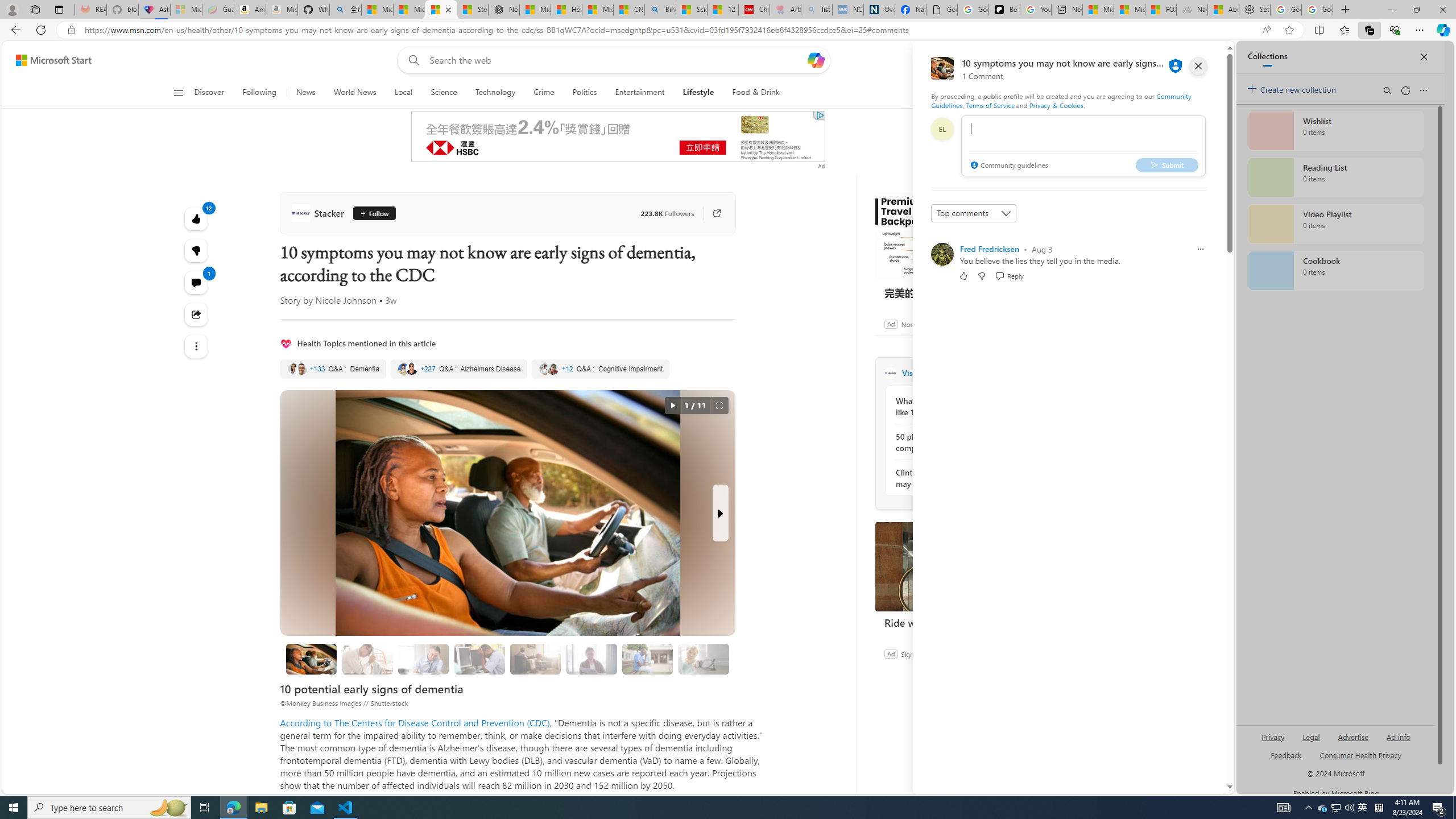 Image resolution: width=1456 pixels, height=819 pixels. What do you see at coordinates (1192, 9) in the screenshot?
I see `'Navy Quest'` at bounding box center [1192, 9].